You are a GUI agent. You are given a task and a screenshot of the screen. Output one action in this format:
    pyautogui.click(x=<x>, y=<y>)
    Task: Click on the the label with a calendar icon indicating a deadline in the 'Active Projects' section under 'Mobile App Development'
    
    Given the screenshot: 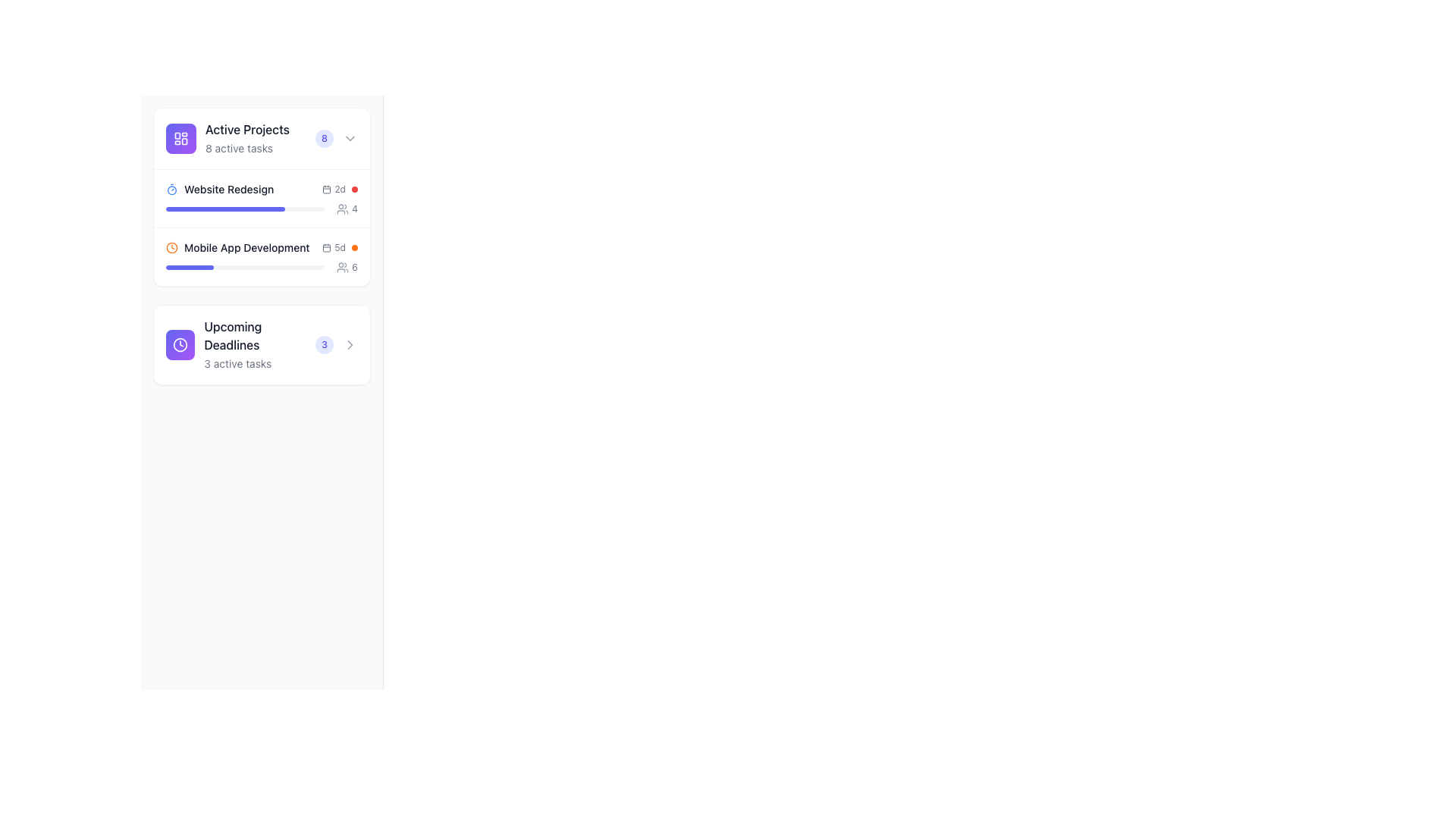 What is the action you would take?
    pyautogui.click(x=333, y=247)
    